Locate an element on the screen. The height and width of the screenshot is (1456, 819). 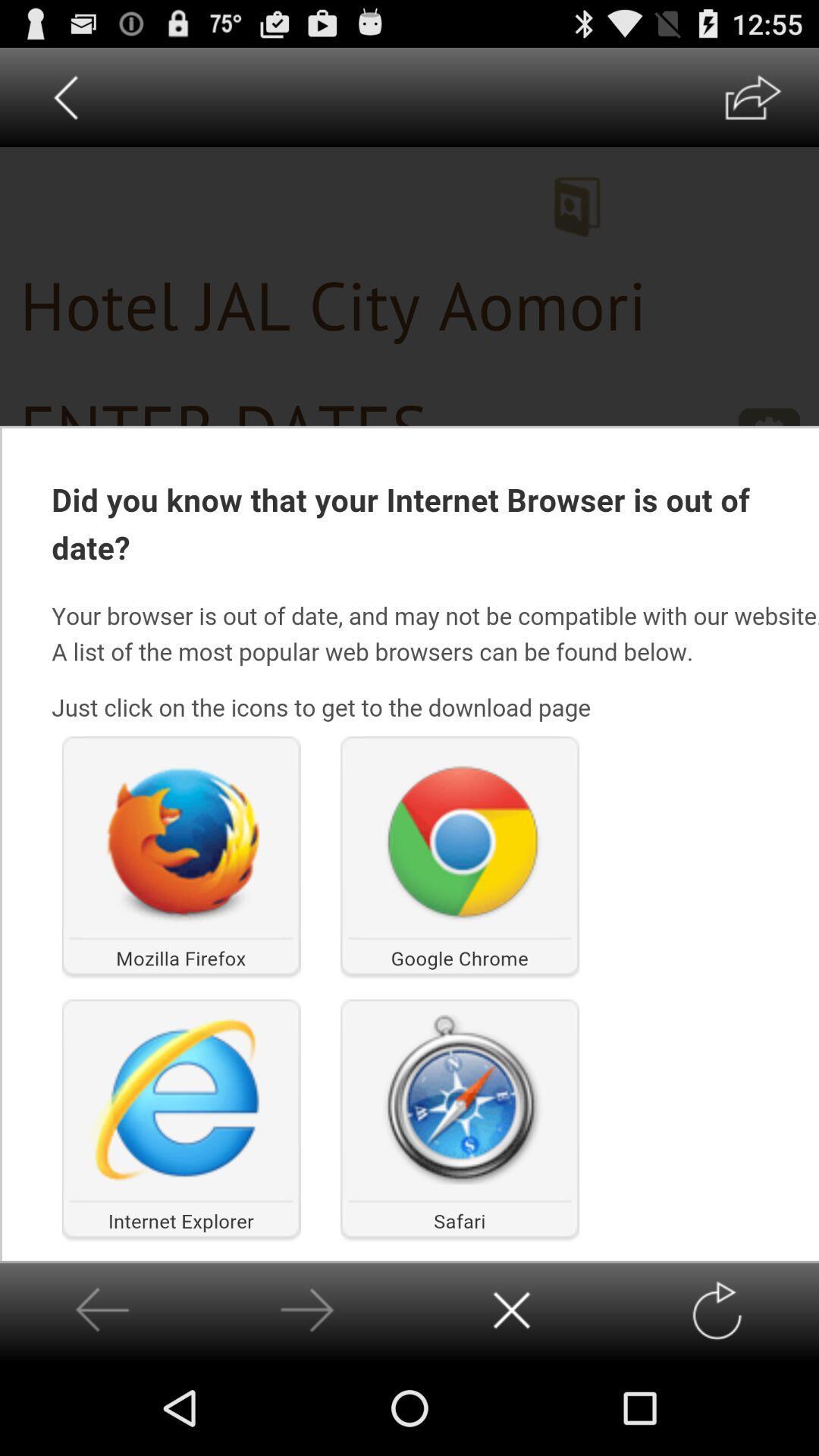
go forward is located at coordinates (717, 1310).